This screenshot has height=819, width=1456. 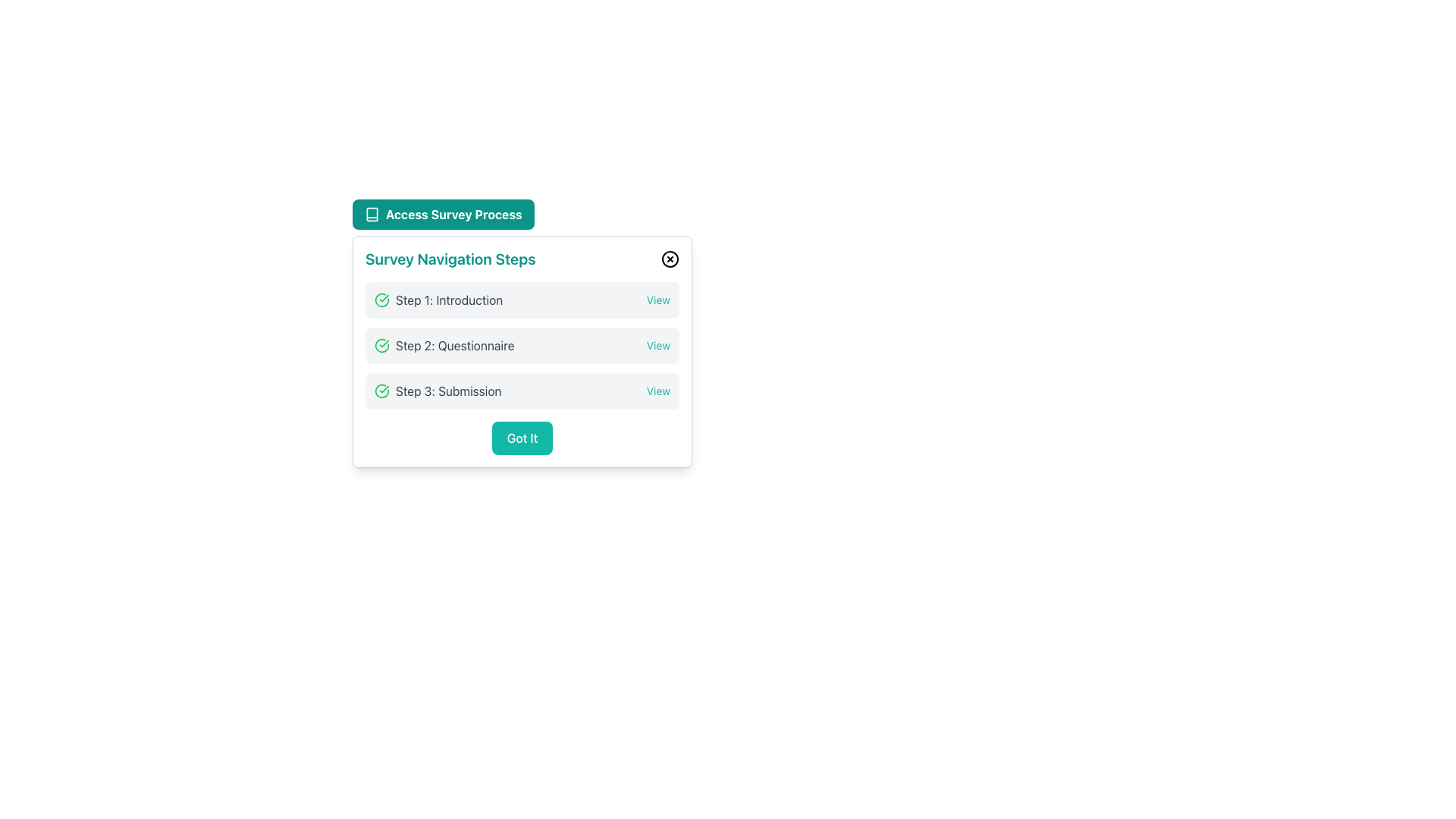 I want to click on the green checkmark icon indicating the completion of 'Step 2: Questionnaire', which is positioned to the left of the corresponding text, so click(x=382, y=345).